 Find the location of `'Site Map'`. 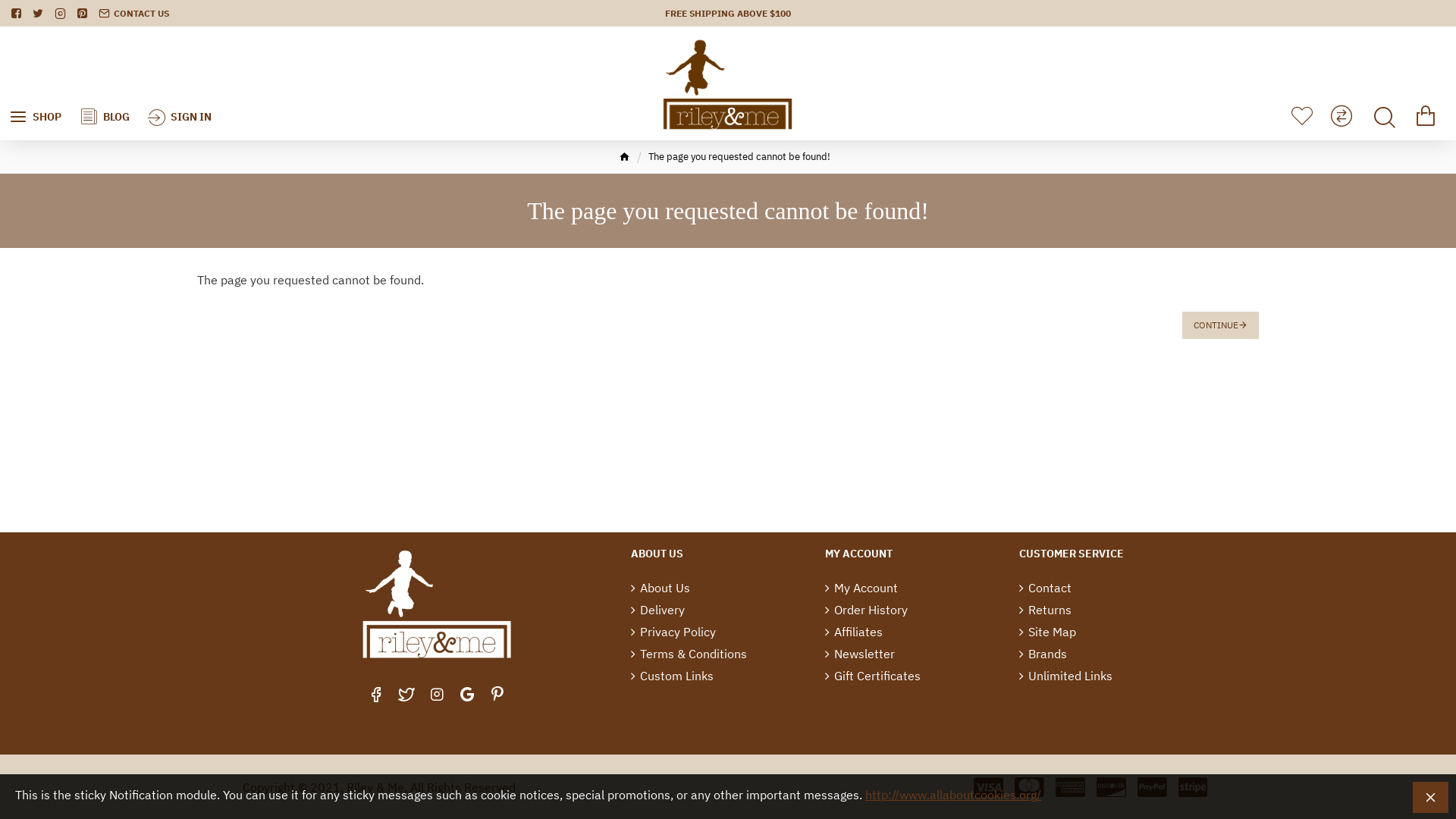

'Site Map' is located at coordinates (1046, 633).